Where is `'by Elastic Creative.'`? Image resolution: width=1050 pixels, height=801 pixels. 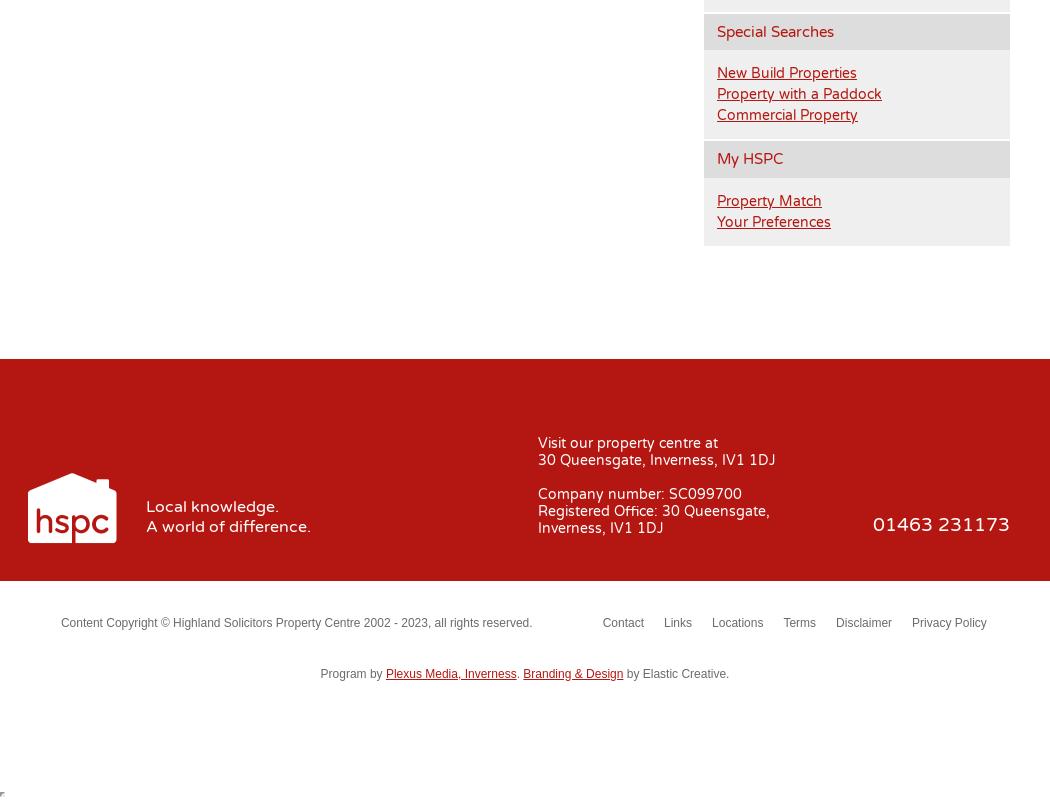 'by Elastic Creative.' is located at coordinates (675, 673).